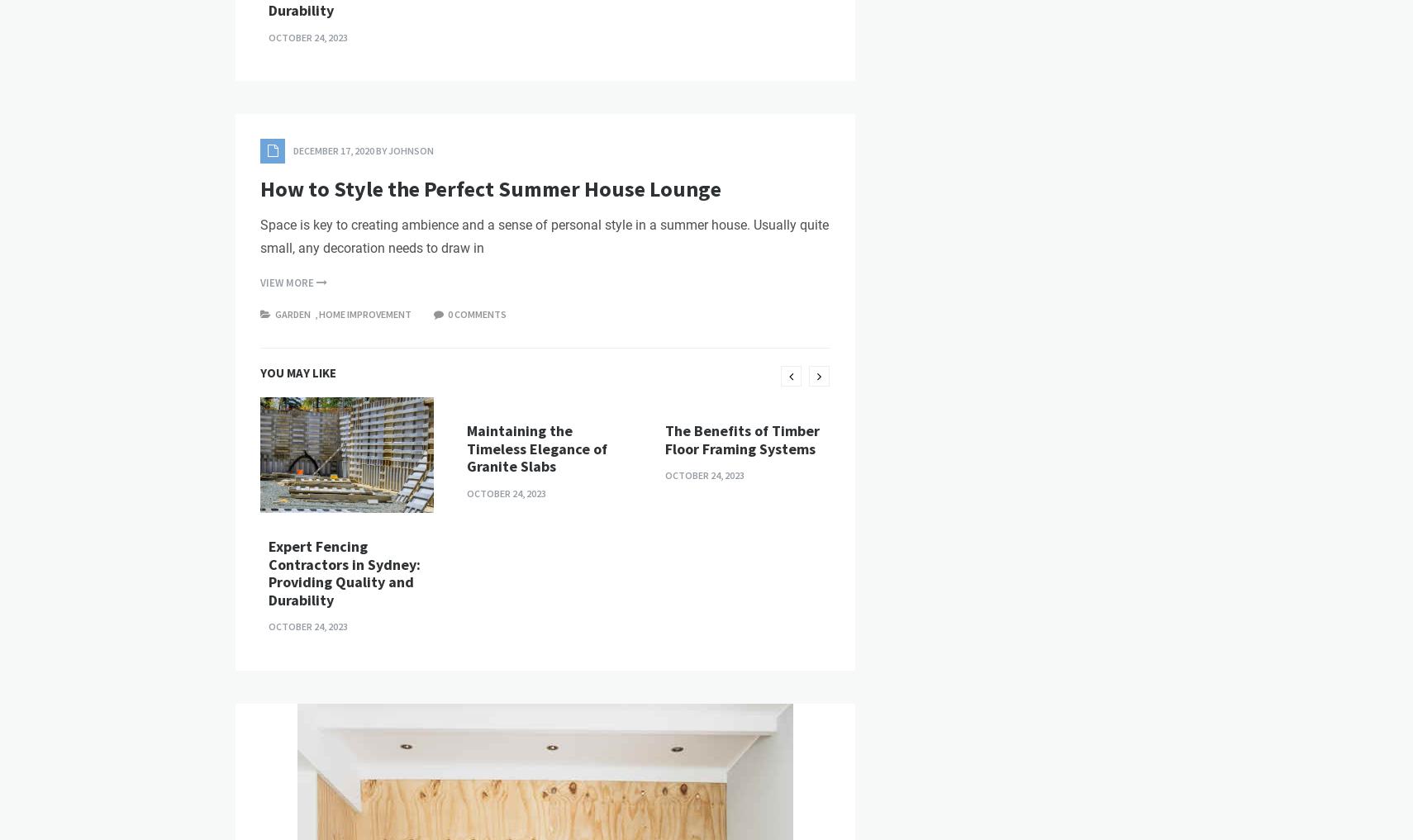 The width and height of the screenshot is (1413, 840). Describe the element at coordinates (317, 594) in the screenshot. I see `'Home Improvement'` at that location.